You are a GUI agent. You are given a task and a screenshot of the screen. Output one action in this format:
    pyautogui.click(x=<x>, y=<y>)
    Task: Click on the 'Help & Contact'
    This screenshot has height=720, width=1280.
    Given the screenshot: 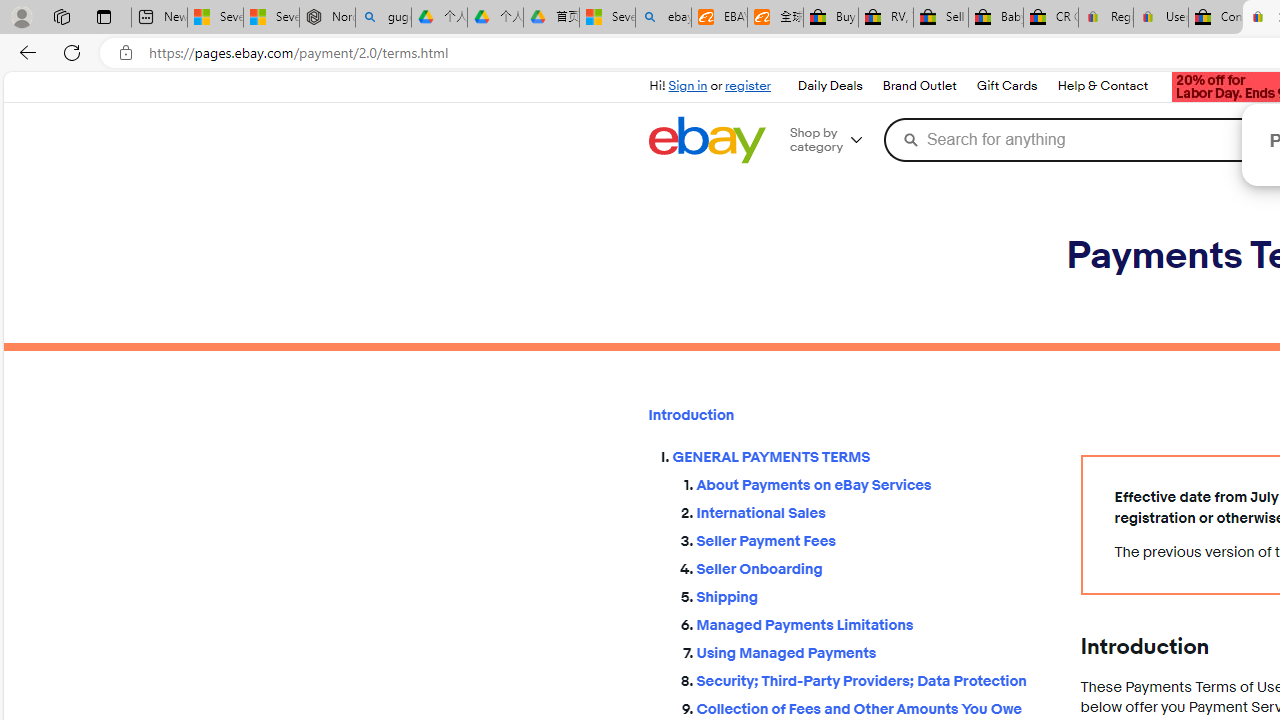 What is the action you would take?
    pyautogui.click(x=1101, y=85)
    